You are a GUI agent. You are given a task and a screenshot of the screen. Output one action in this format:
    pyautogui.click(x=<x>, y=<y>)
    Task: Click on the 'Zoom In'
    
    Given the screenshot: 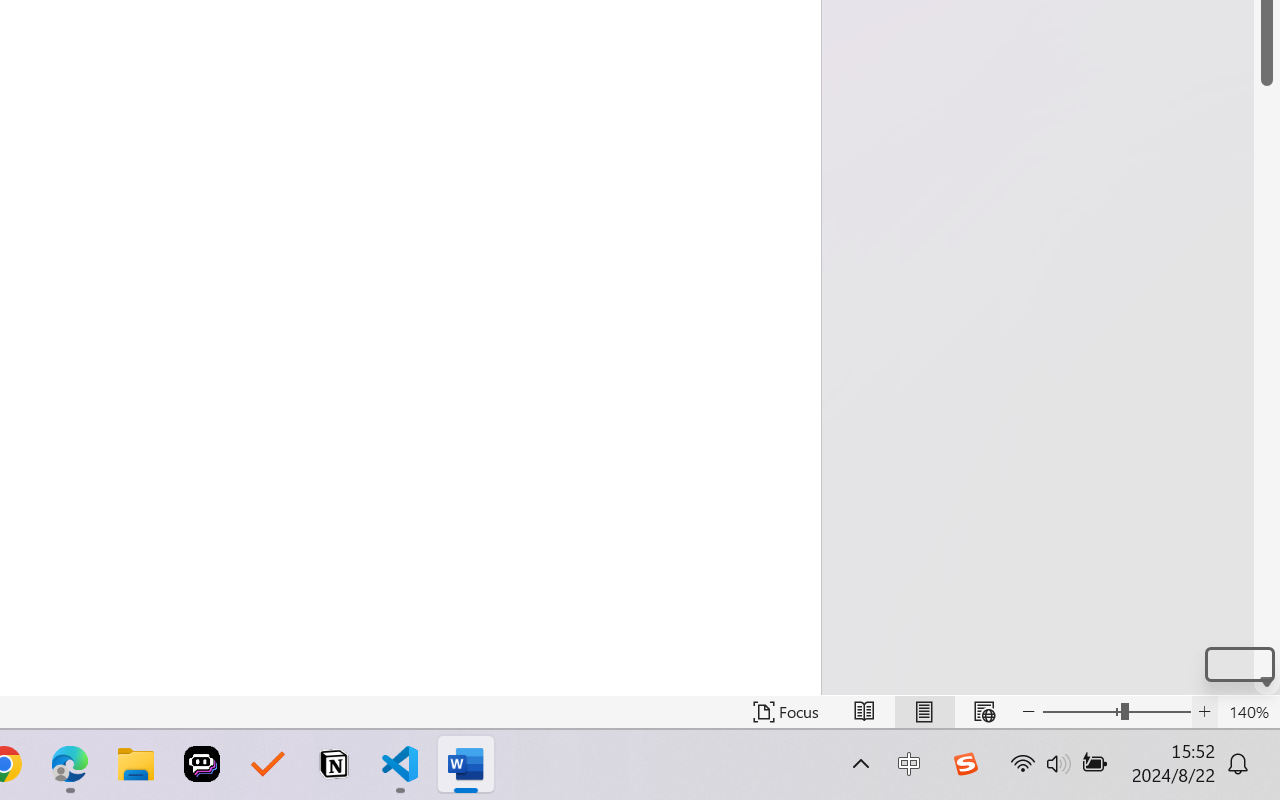 What is the action you would take?
    pyautogui.click(x=1204, y=711)
    